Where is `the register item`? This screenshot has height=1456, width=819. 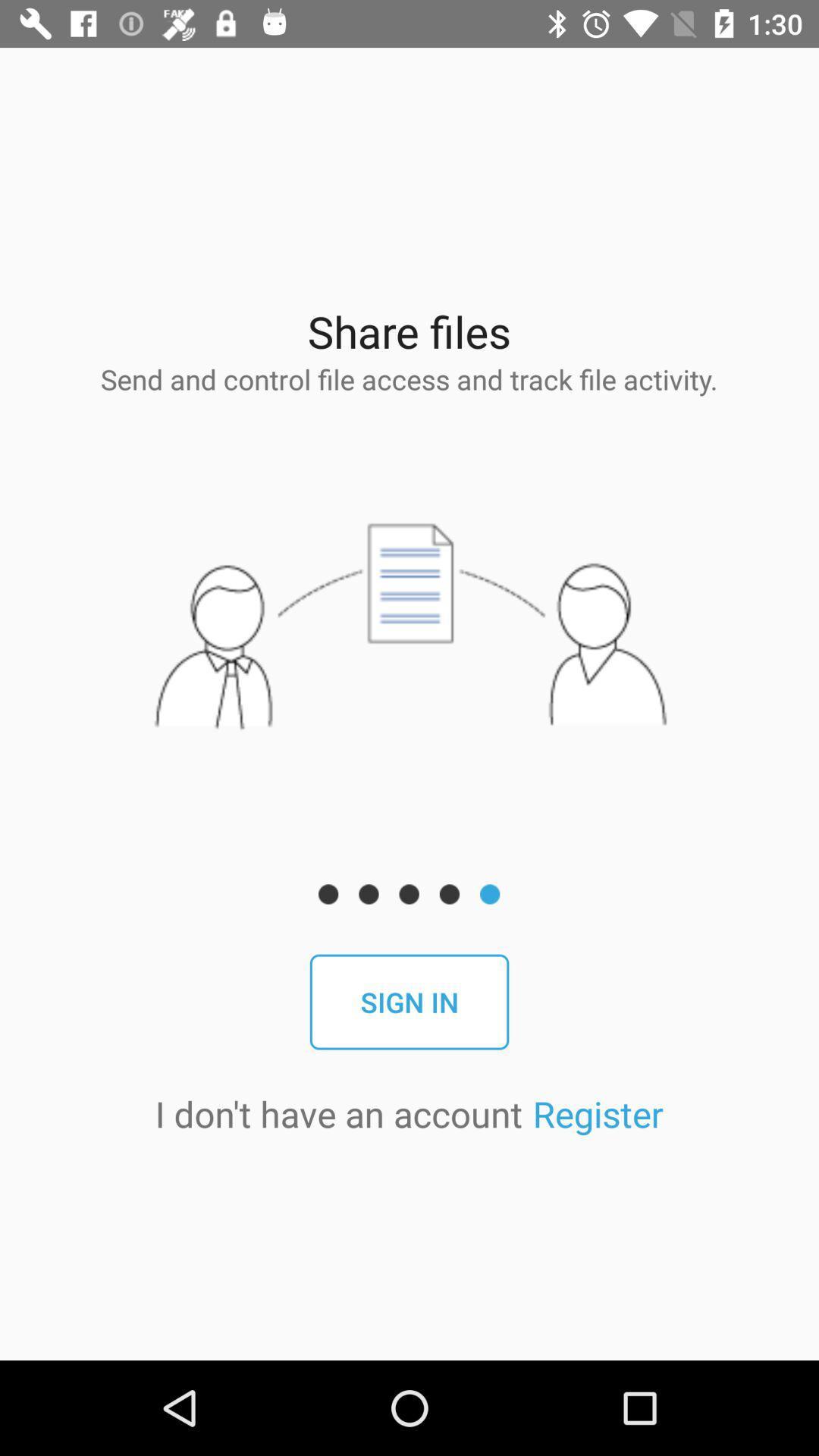
the register item is located at coordinates (597, 1113).